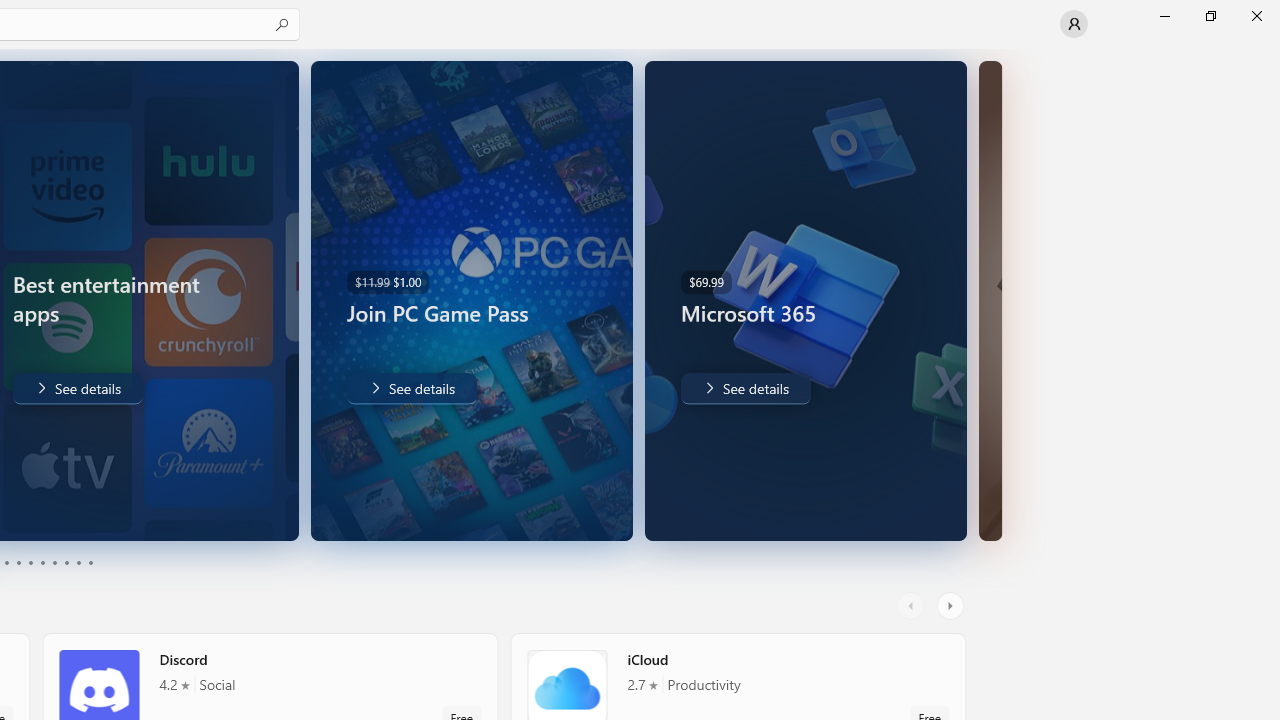 The height and width of the screenshot is (720, 1280). Describe the element at coordinates (78, 563) in the screenshot. I see `'Page 9'` at that location.